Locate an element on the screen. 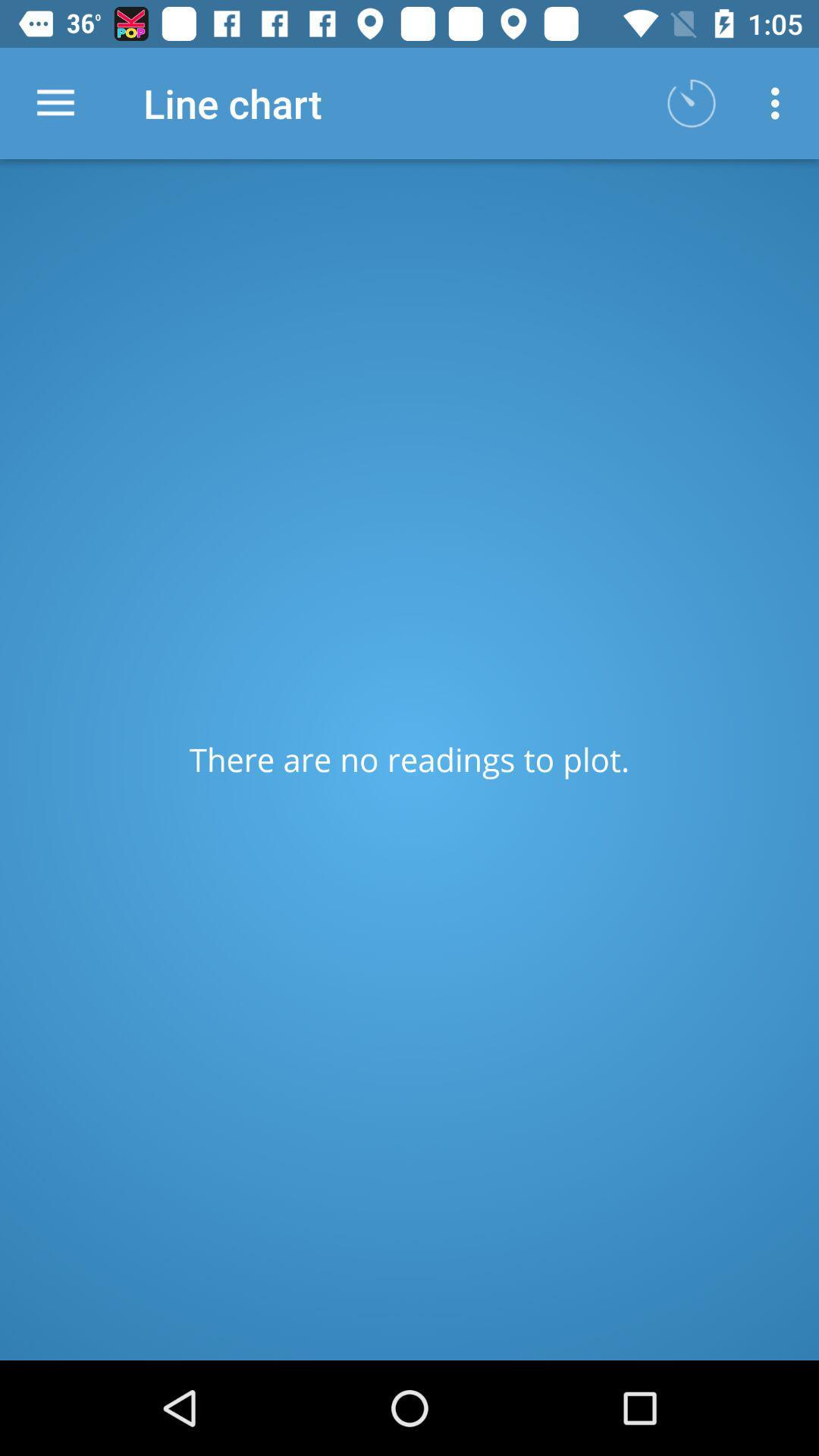  icon next to line chart item is located at coordinates (55, 102).